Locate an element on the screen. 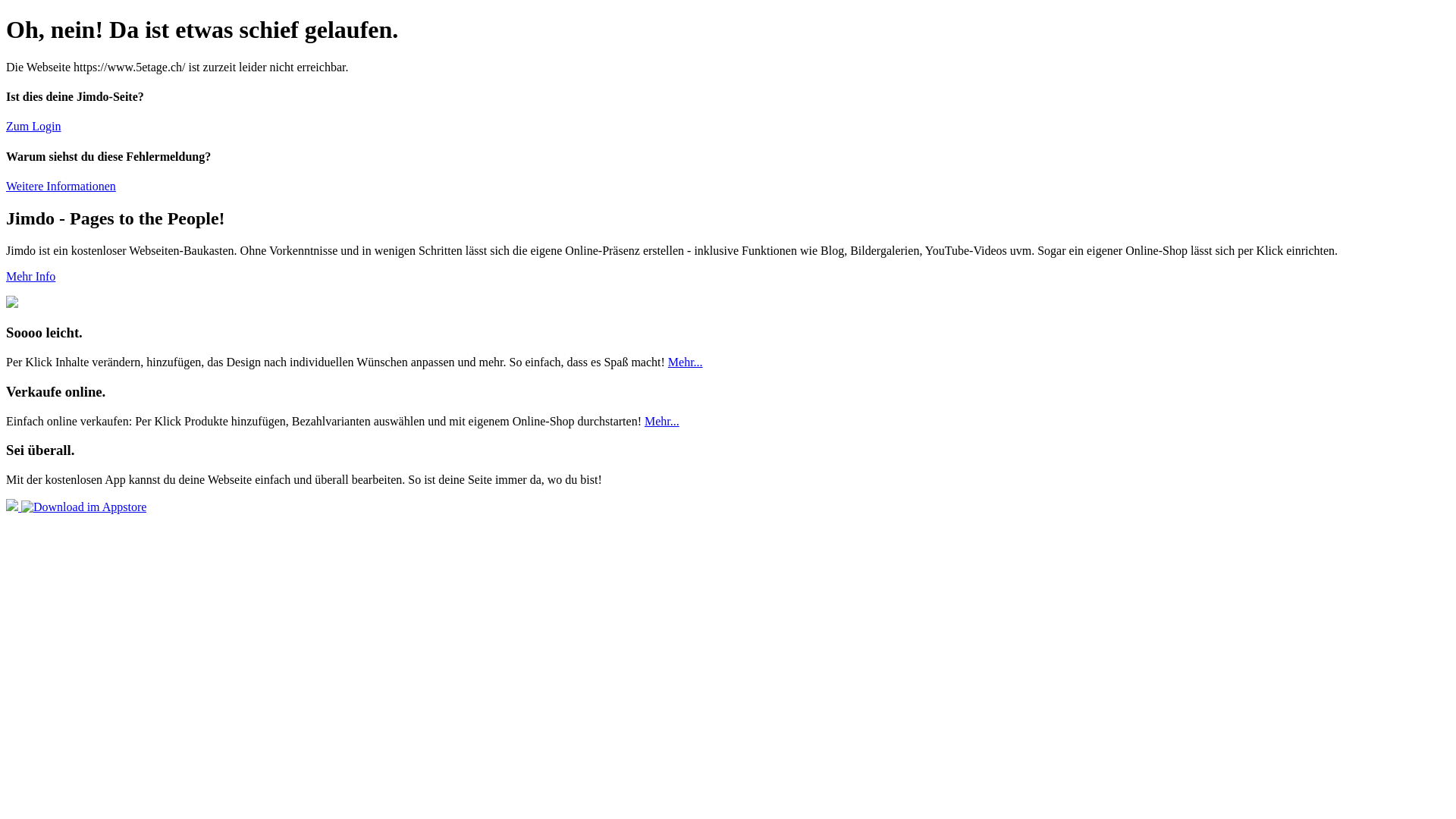 The image size is (1456, 819). 'Mehr Info' is located at coordinates (6, 276).